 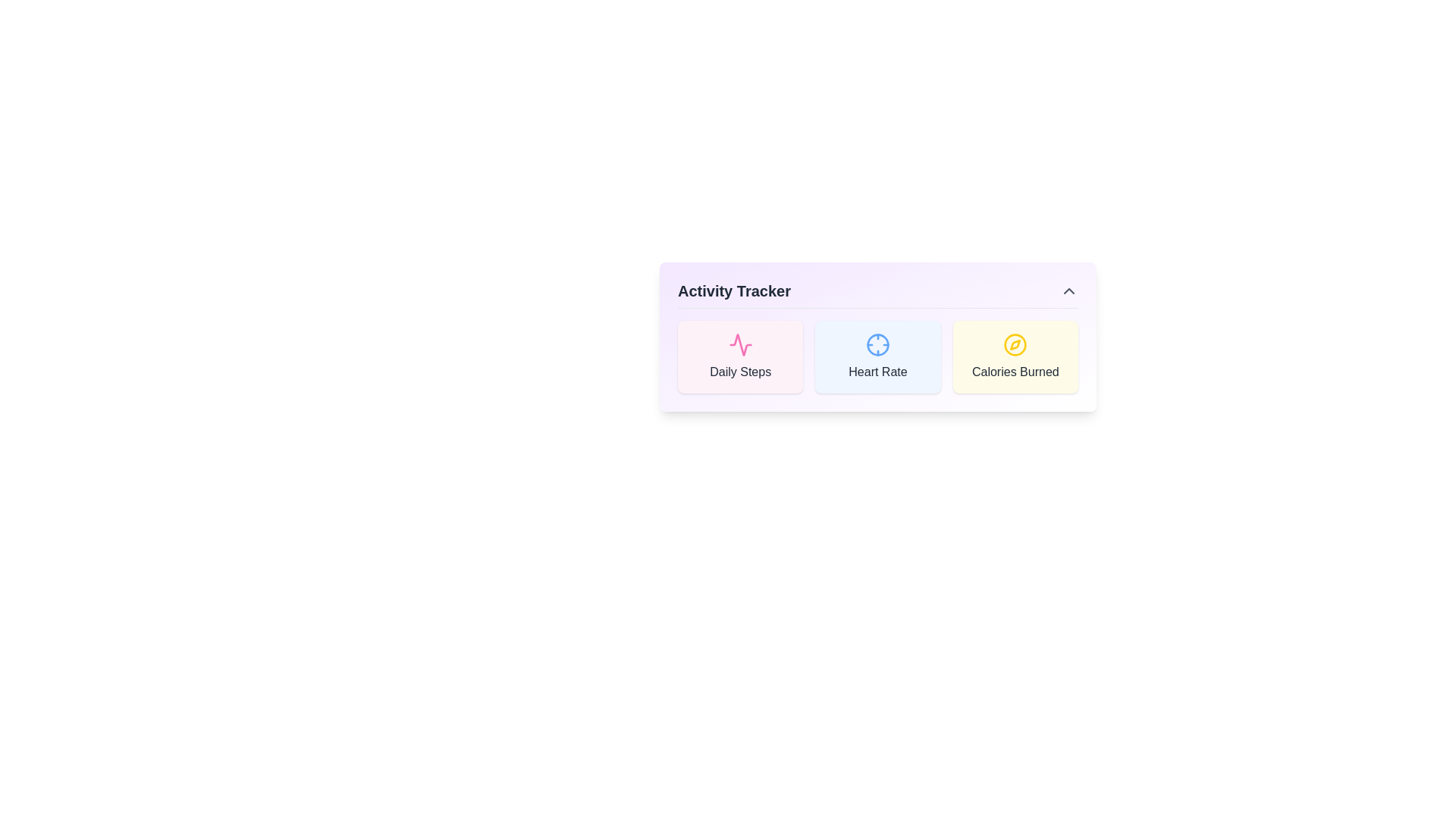 What do you see at coordinates (740, 356) in the screenshot?
I see `the daily step count card` at bounding box center [740, 356].